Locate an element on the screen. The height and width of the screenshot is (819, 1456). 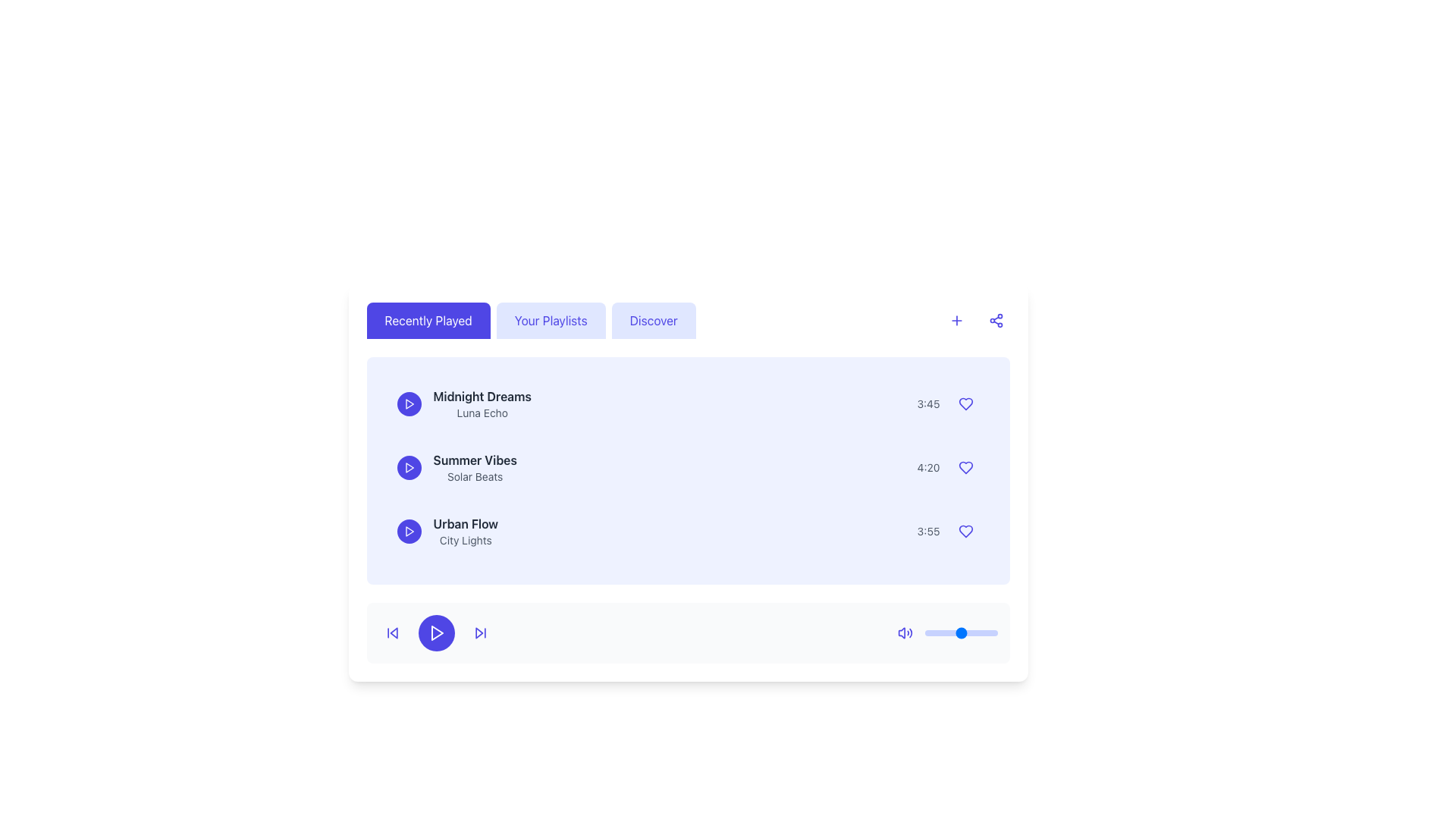
the slider is located at coordinates (975, 632).